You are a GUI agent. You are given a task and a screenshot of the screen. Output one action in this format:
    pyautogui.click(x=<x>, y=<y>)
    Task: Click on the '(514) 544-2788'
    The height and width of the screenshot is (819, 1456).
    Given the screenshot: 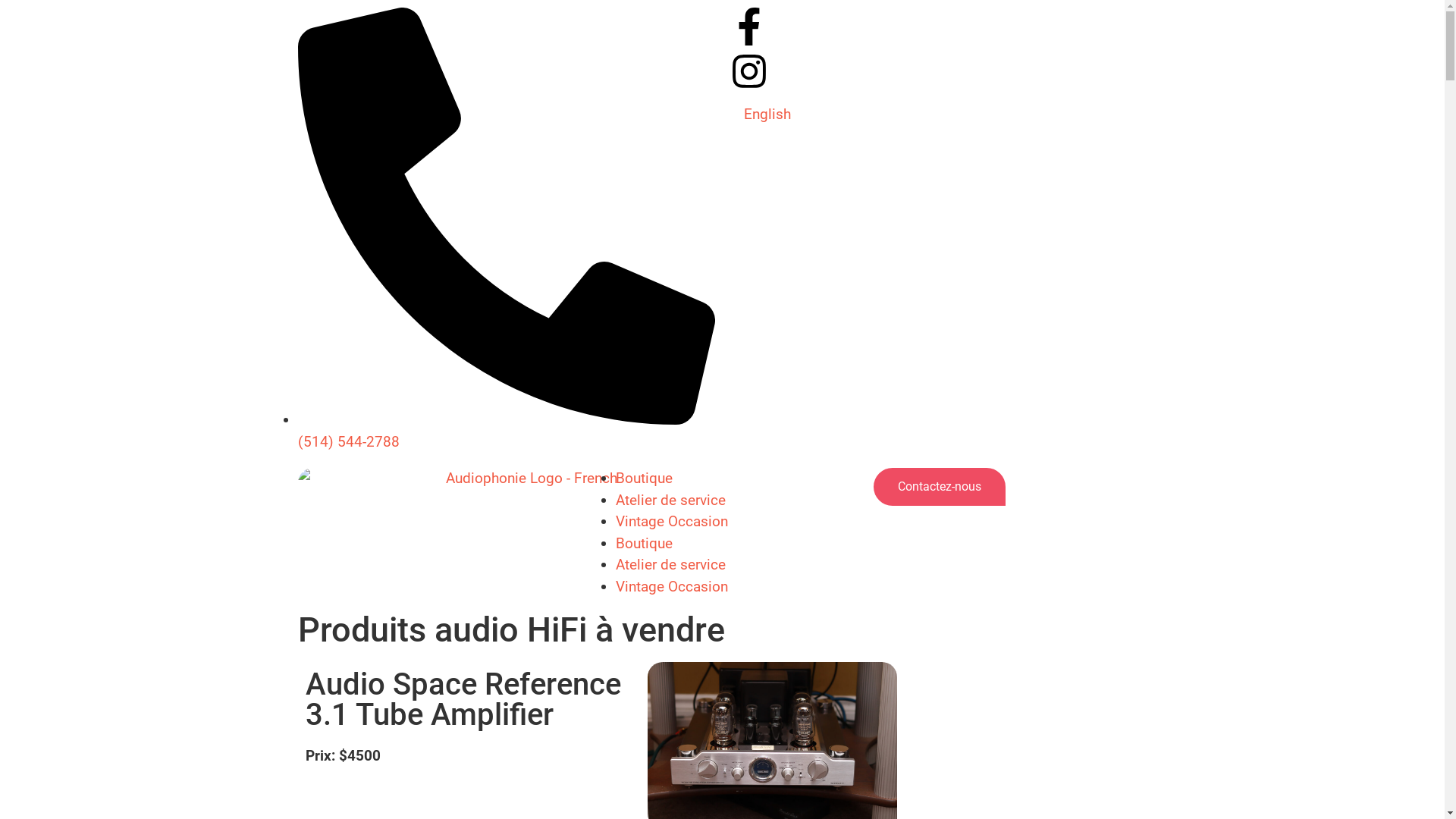 What is the action you would take?
    pyautogui.click(x=506, y=430)
    